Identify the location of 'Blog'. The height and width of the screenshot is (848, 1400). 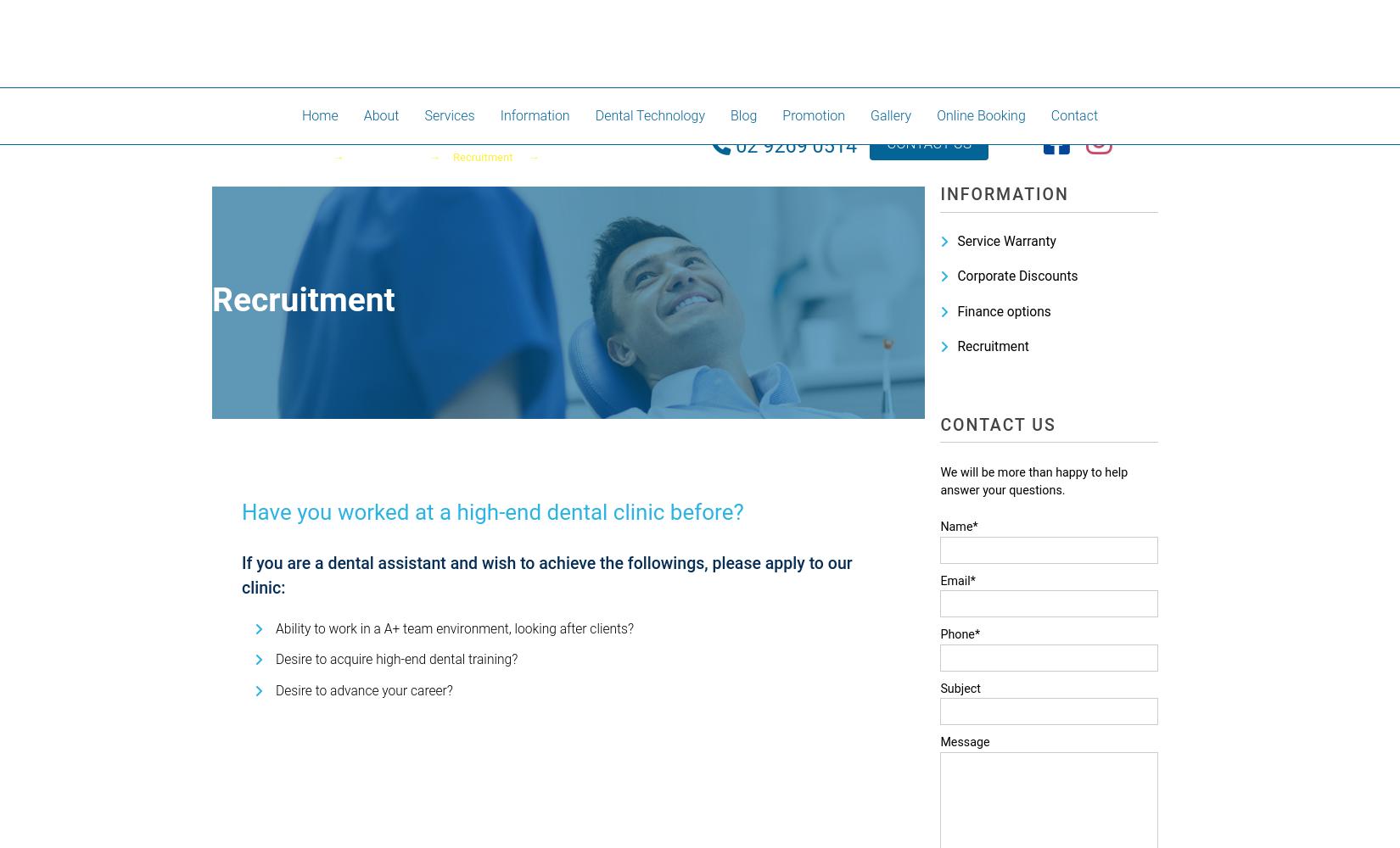
(743, 115).